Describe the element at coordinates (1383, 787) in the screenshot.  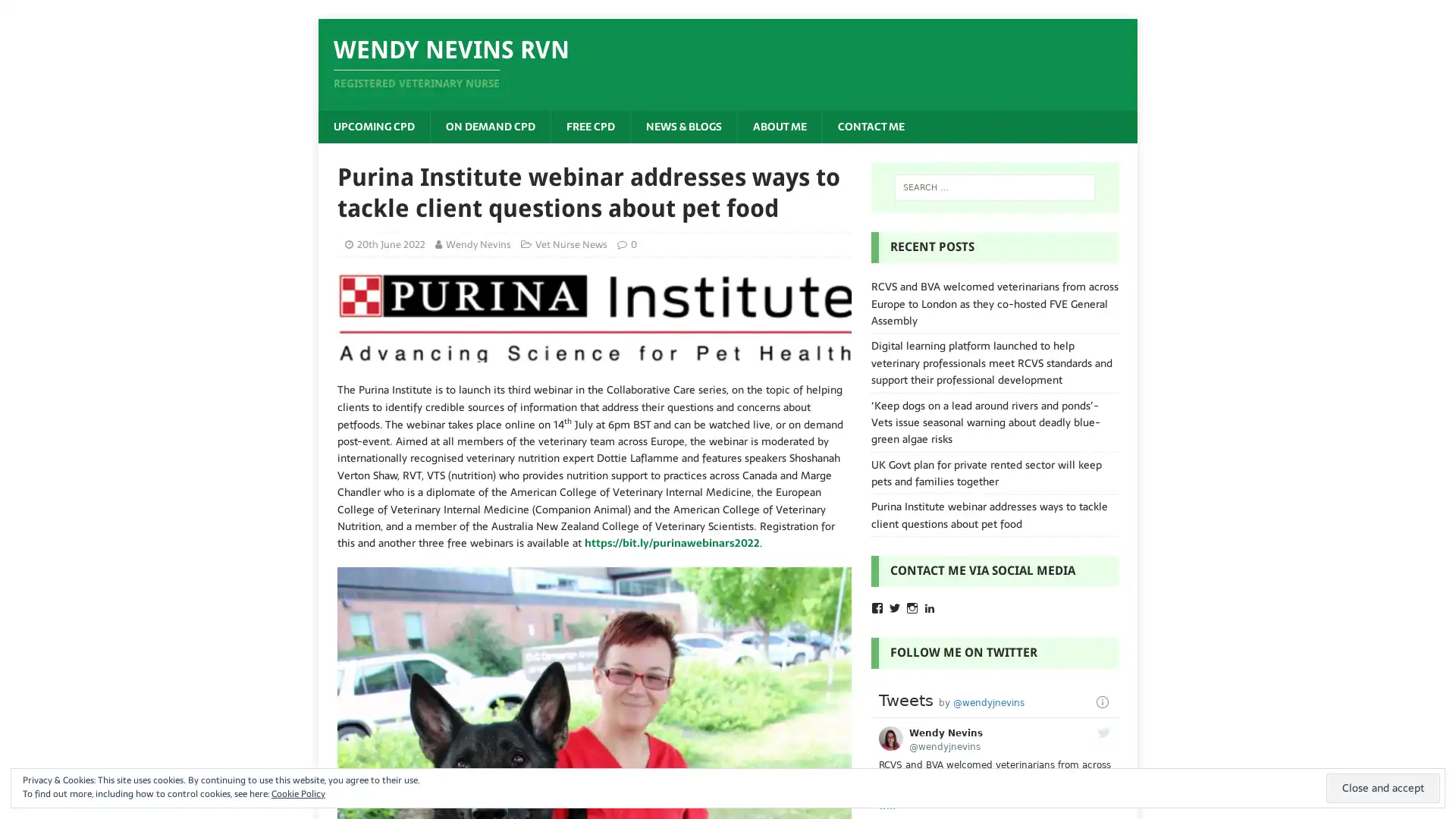
I see `Close and accept` at that location.